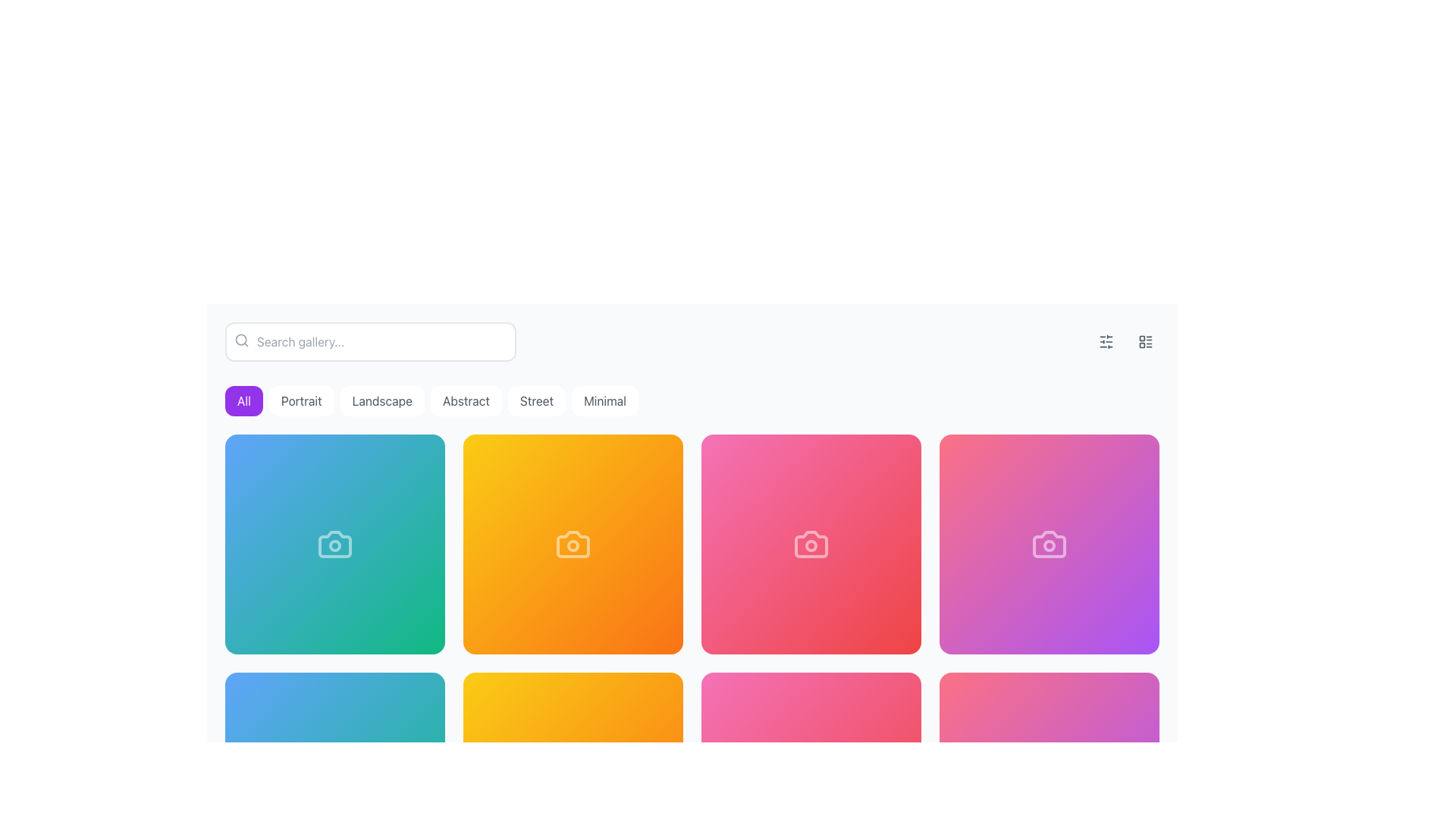 The width and height of the screenshot is (1456, 819). Describe the element at coordinates (334, 543) in the screenshot. I see `the stylized camera icon outline located at the center of a blue-green gradient box in the first row and first column of a 3x3 grid` at that location.